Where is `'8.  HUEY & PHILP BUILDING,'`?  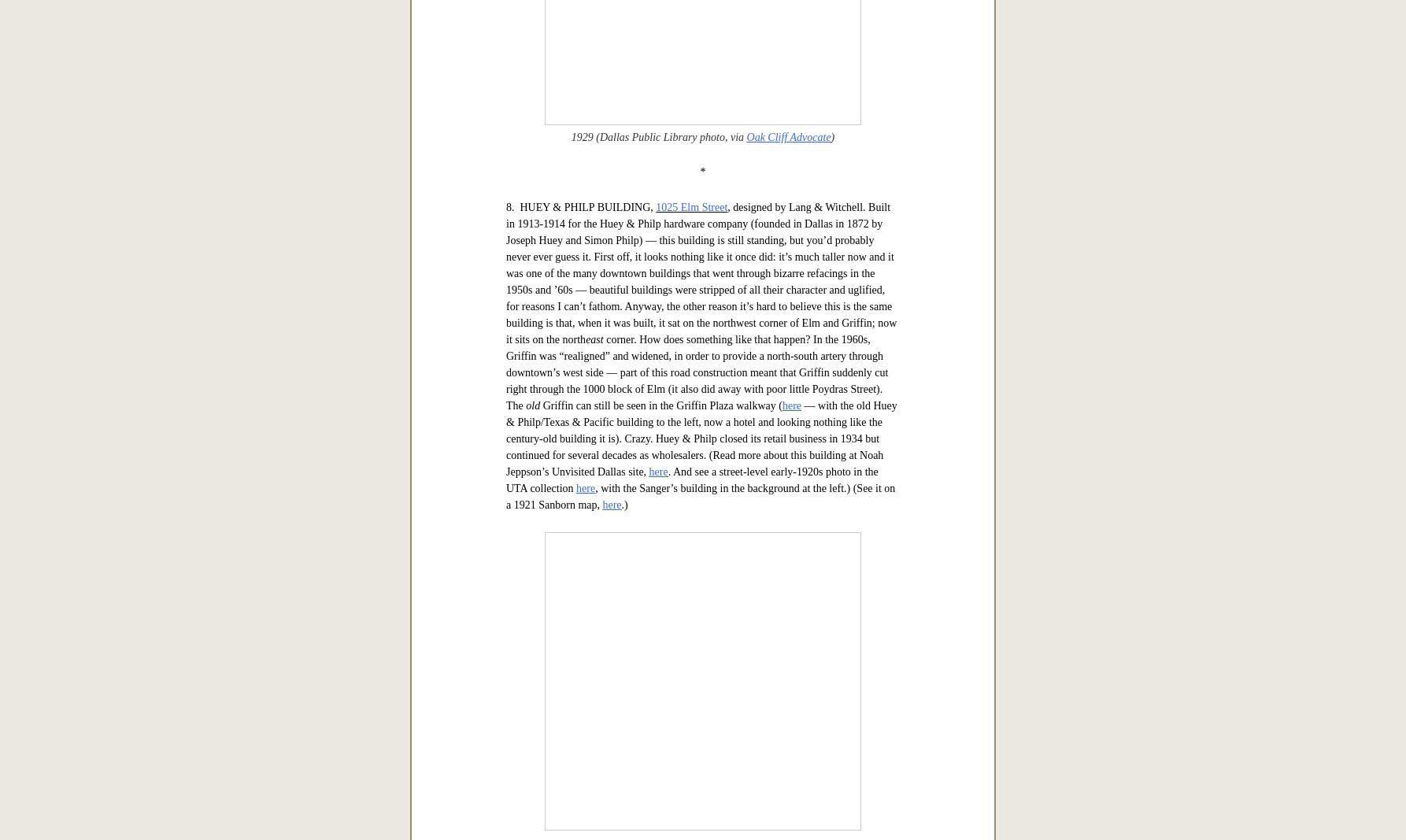 '8.  HUEY & PHILP BUILDING,' is located at coordinates (580, 701).